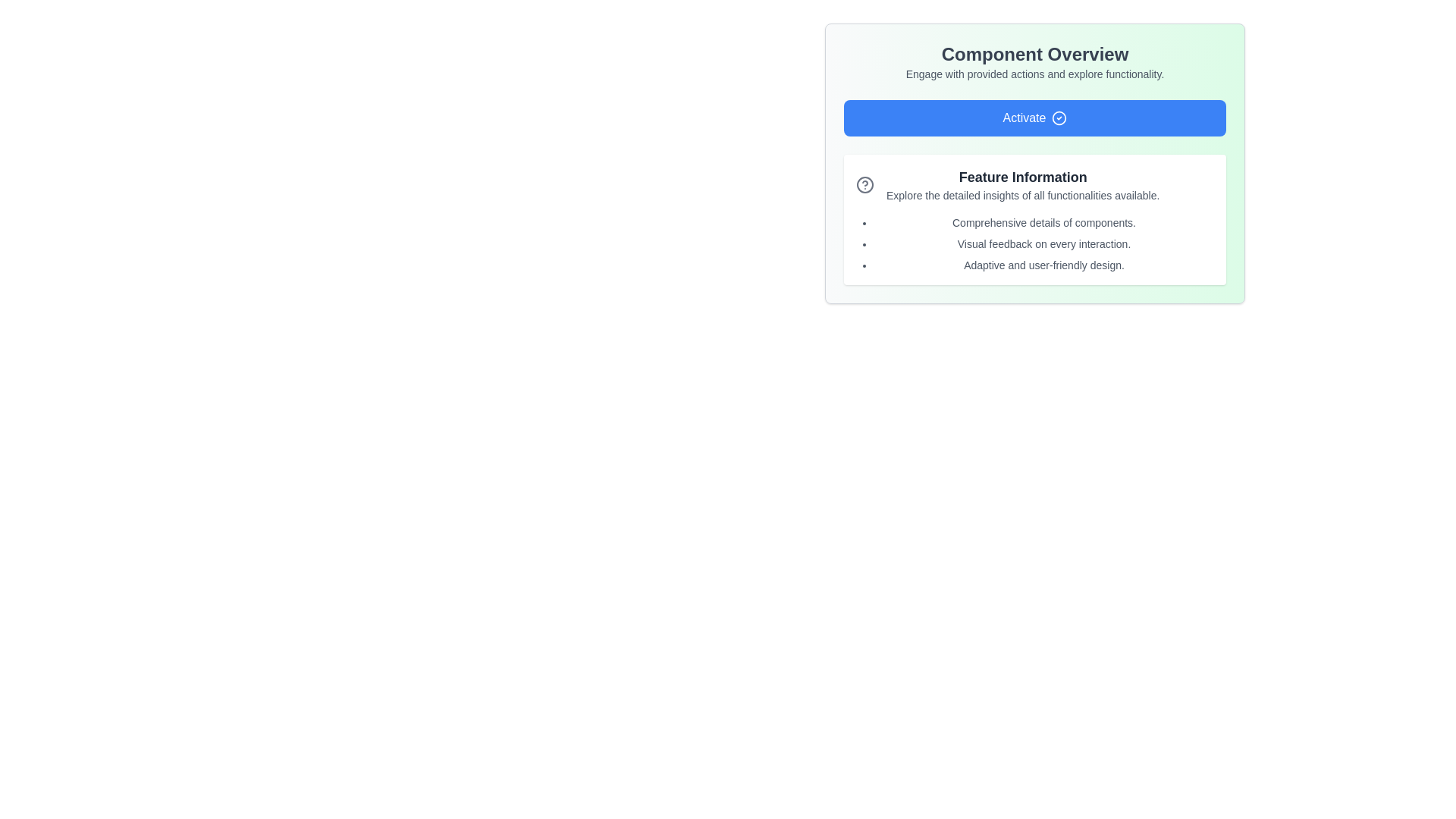 The image size is (1456, 819). Describe the element at coordinates (1034, 74) in the screenshot. I see `the text label that displays the message 'Engage with provided actions and explore functionality.' which is located directly below the header 'Component Overview'` at that location.